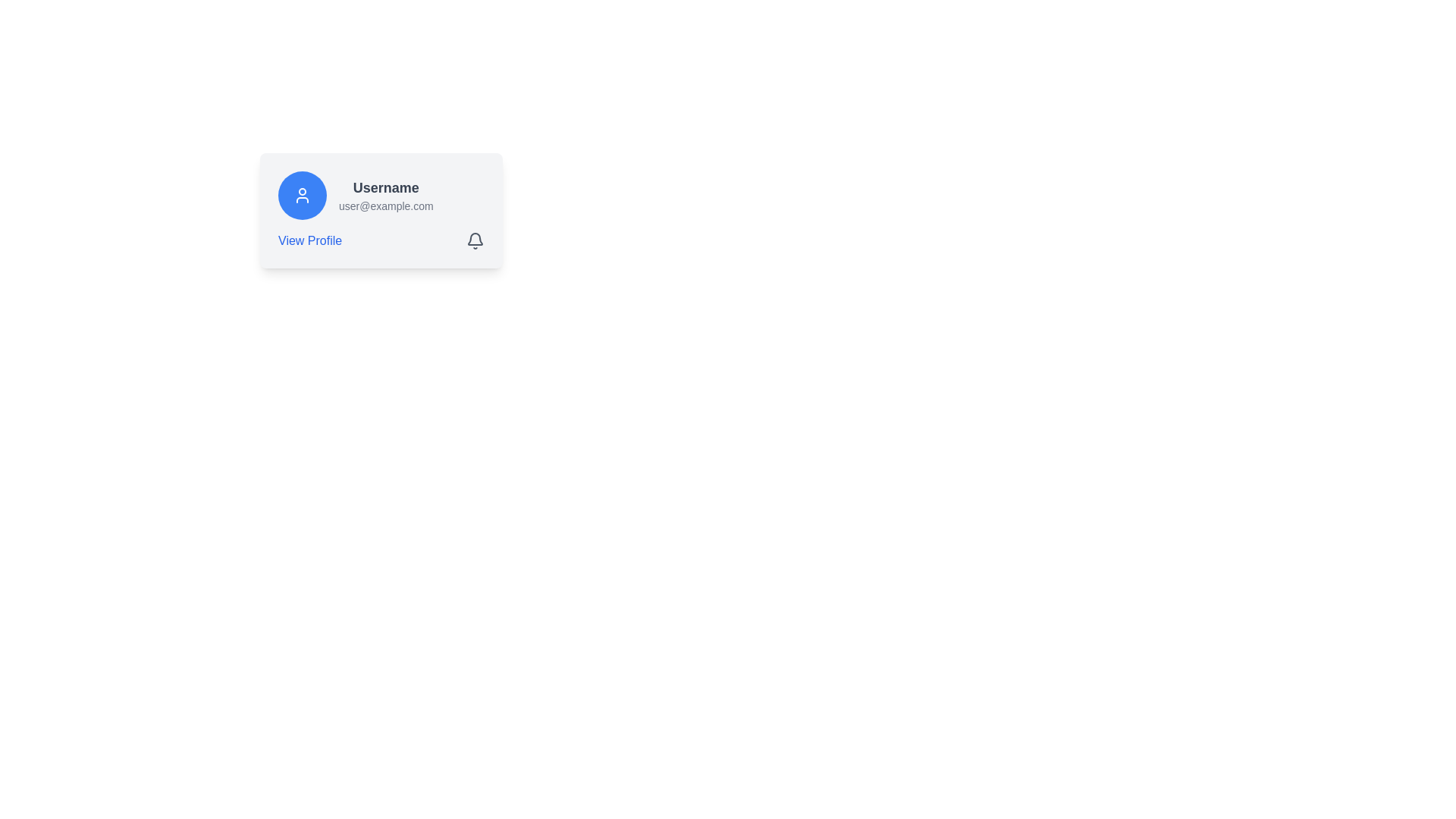 This screenshot has width=1456, height=819. I want to click on user's name and email address displayed in the text block located to the right of the circular blue icon with a user symbol in the upper-right section of the user card component, so click(386, 195).